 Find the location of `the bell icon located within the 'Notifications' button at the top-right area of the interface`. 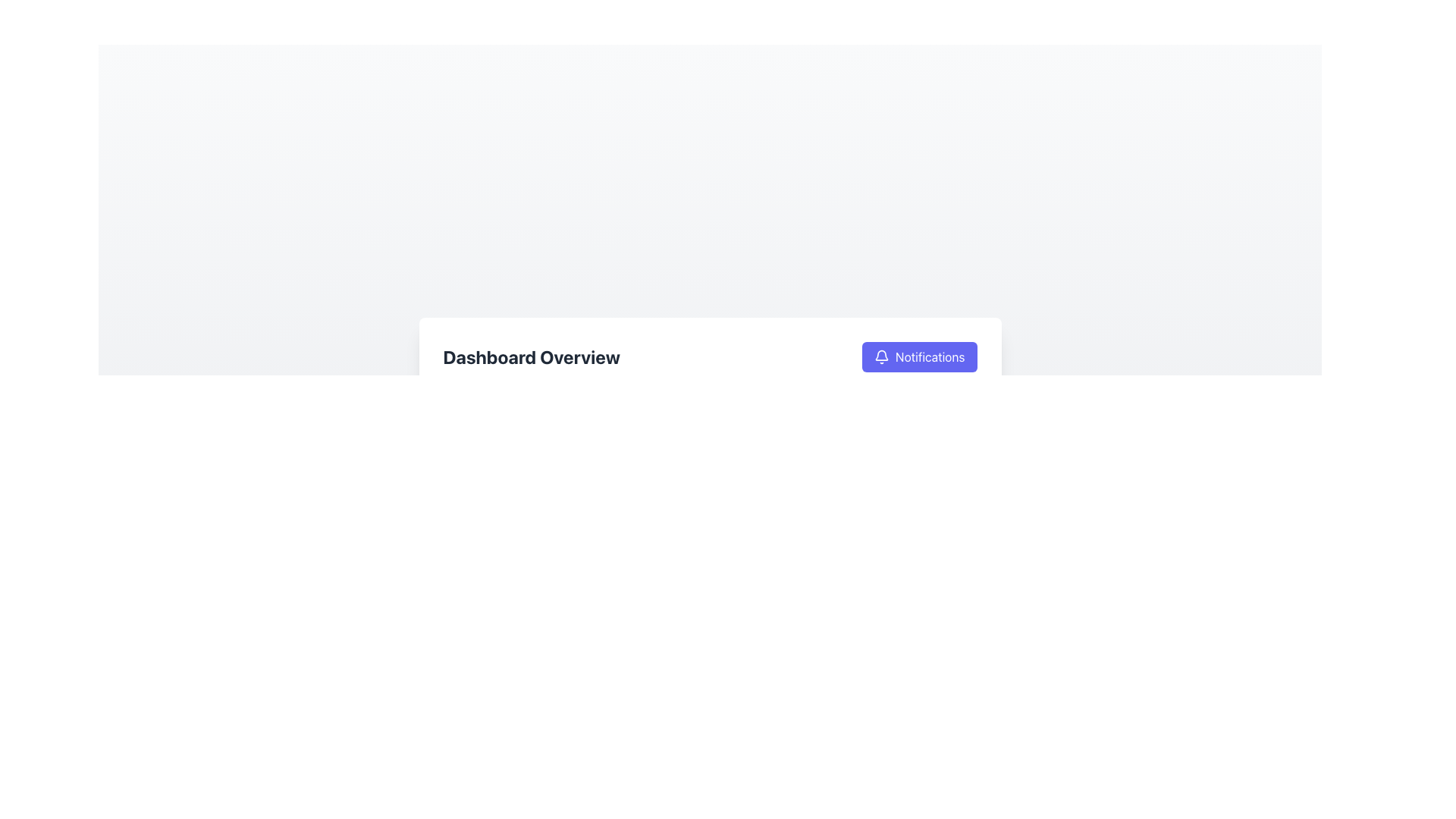

the bell icon located within the 'Notifications' button at the top-right area of the interface is located at coordinates (881, 356).